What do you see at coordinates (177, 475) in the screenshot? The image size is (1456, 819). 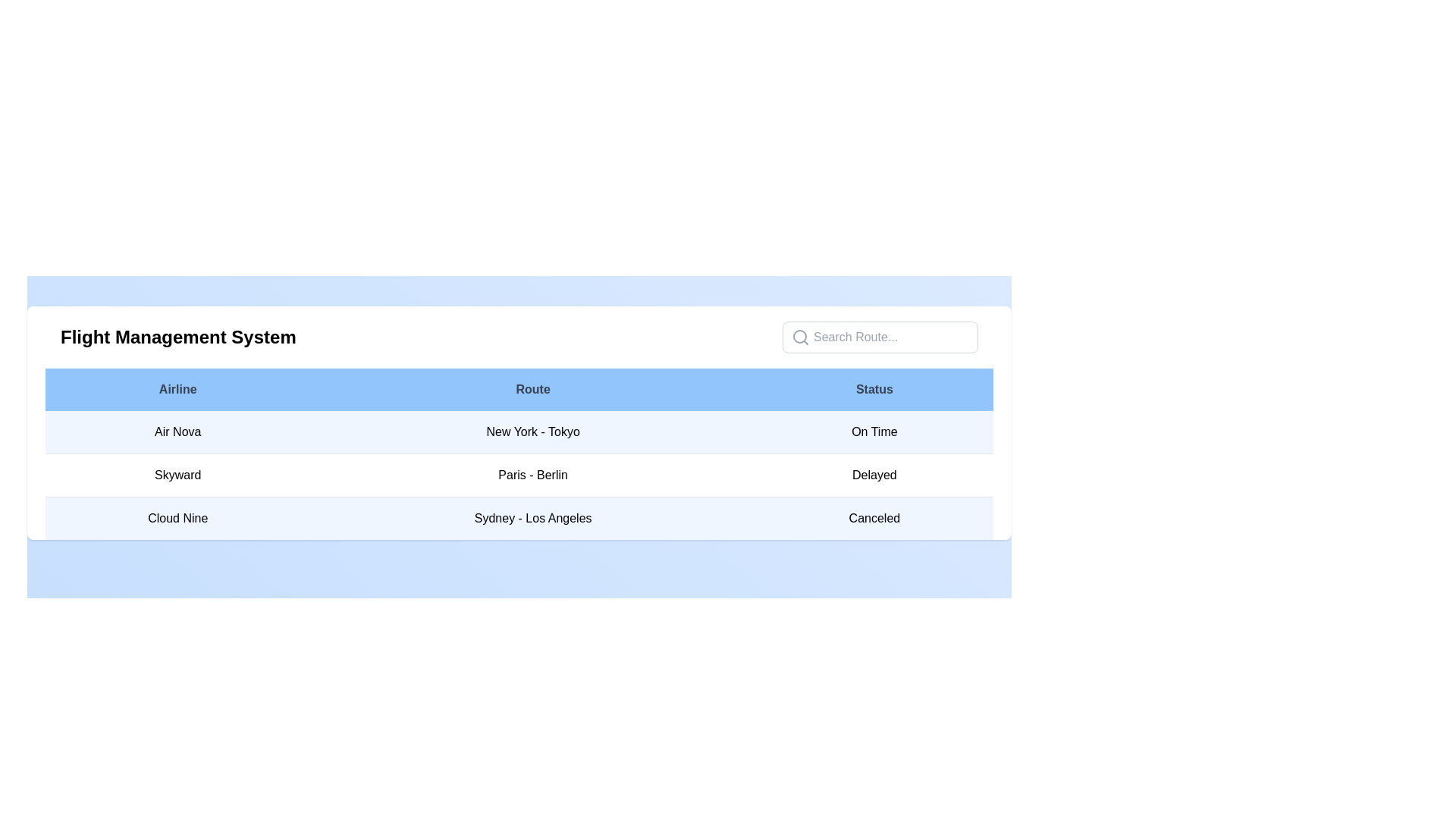 I see `the Text label representing the airline name located in the second row of the 'Airline' column, which identifies a specific airline within the flight details table` at bounding box center [177, 475].